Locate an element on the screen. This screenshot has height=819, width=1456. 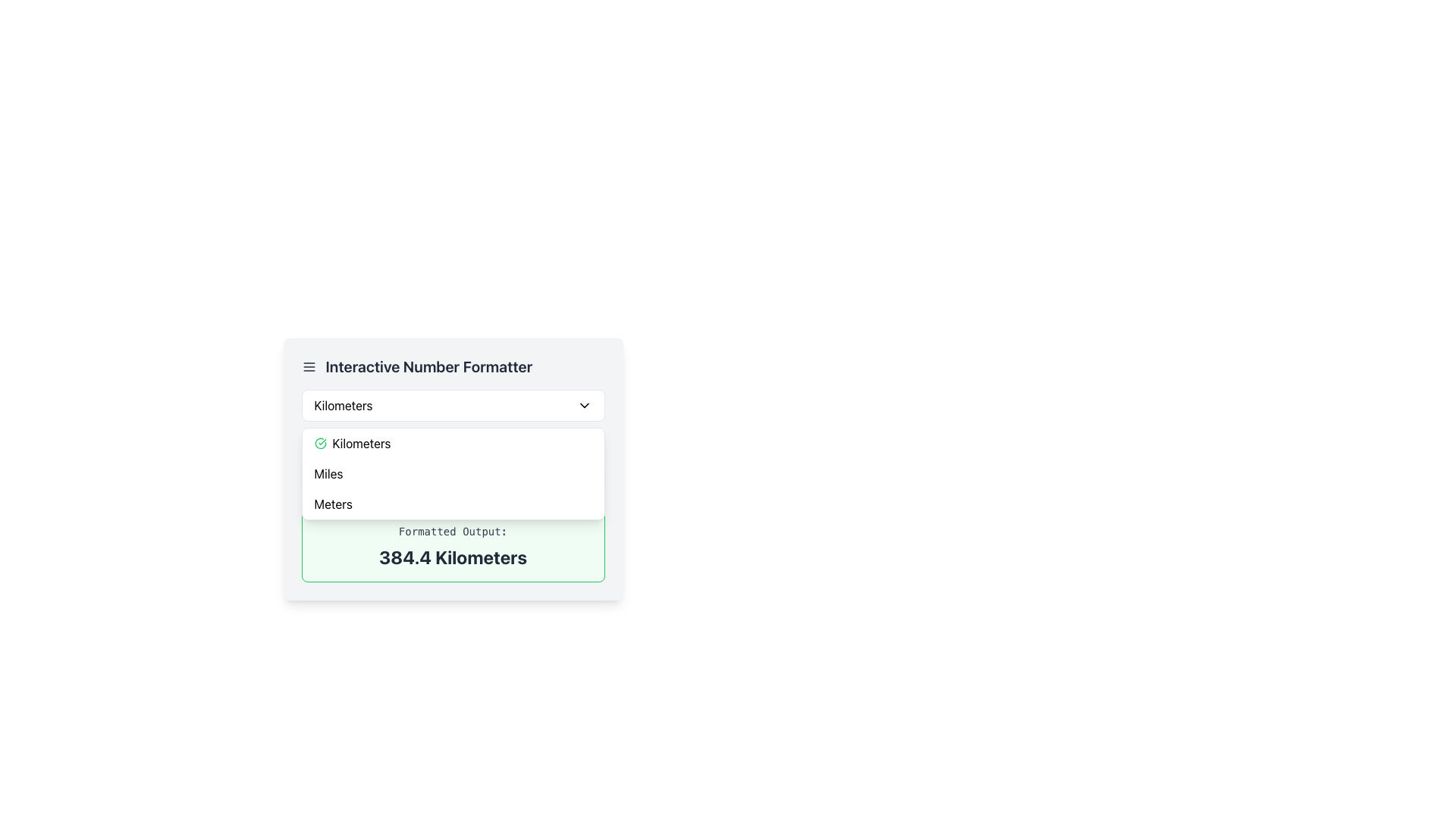
the 'Kilometers' option in the dropdown menu is located at coordinates (452, 444).